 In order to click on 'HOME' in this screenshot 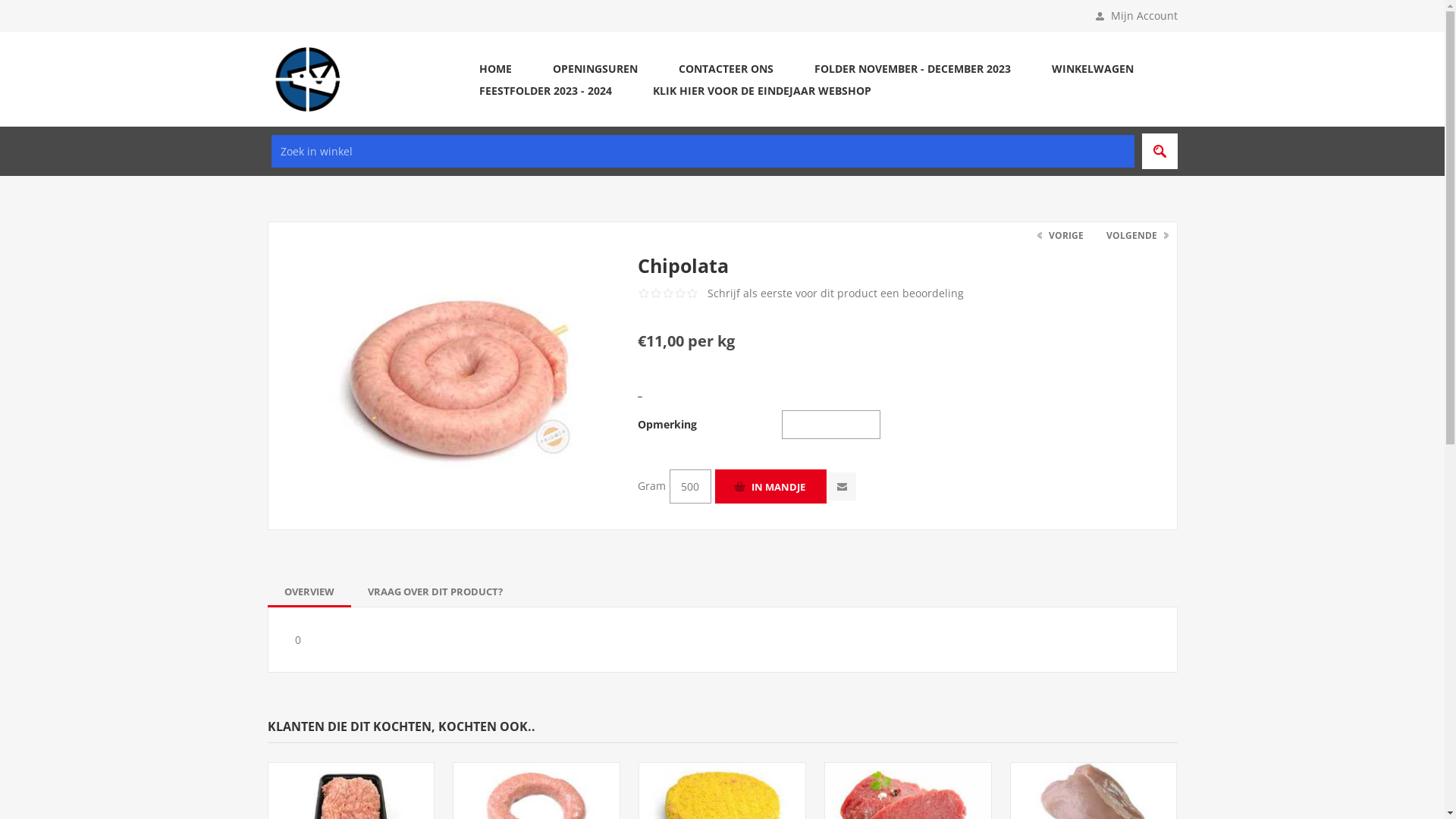, I will do `click(494, 68)`.